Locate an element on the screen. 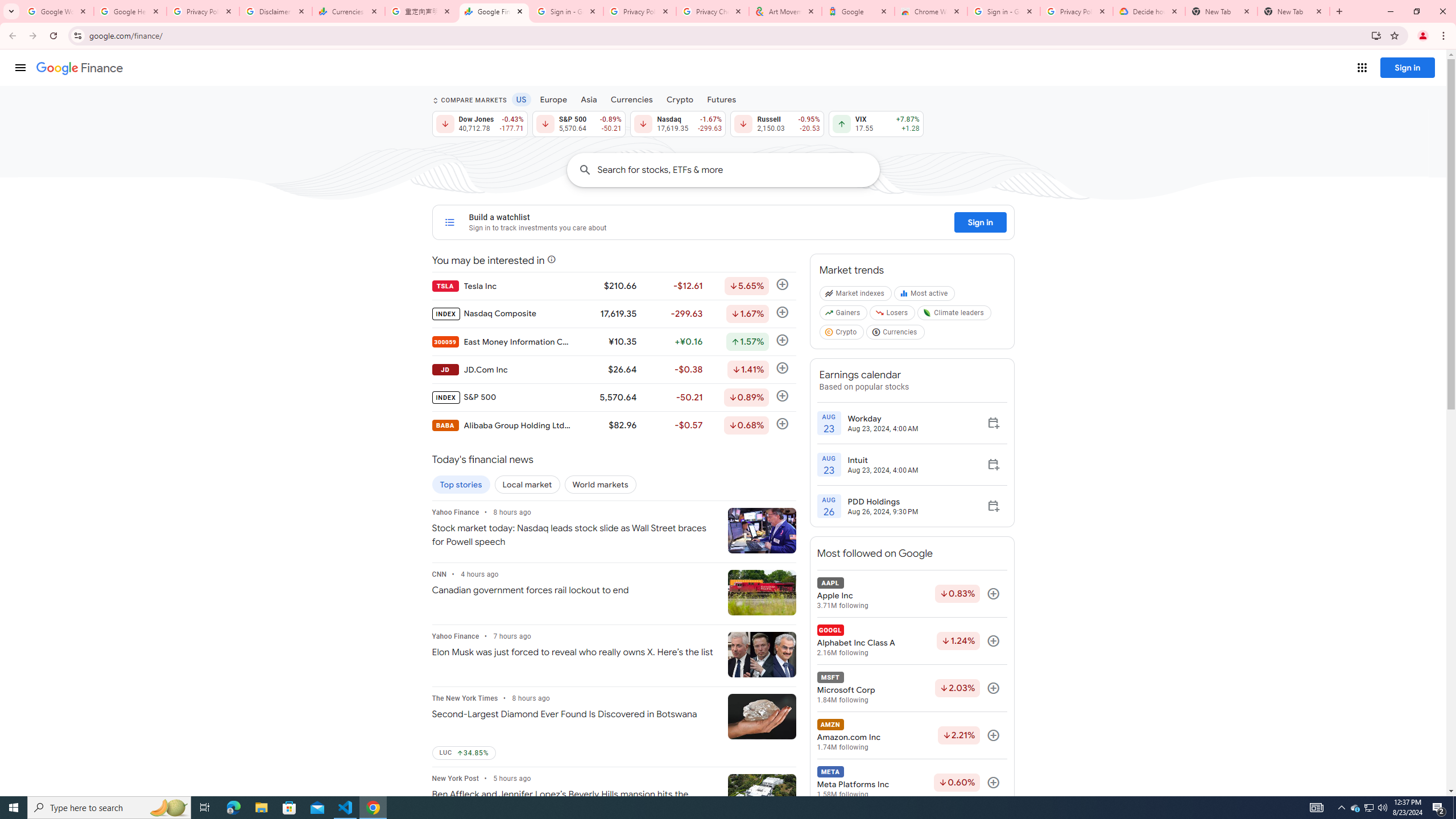 This screenshot has height=819, width=1456. 'Finance' is located at coordinates (79, 68).